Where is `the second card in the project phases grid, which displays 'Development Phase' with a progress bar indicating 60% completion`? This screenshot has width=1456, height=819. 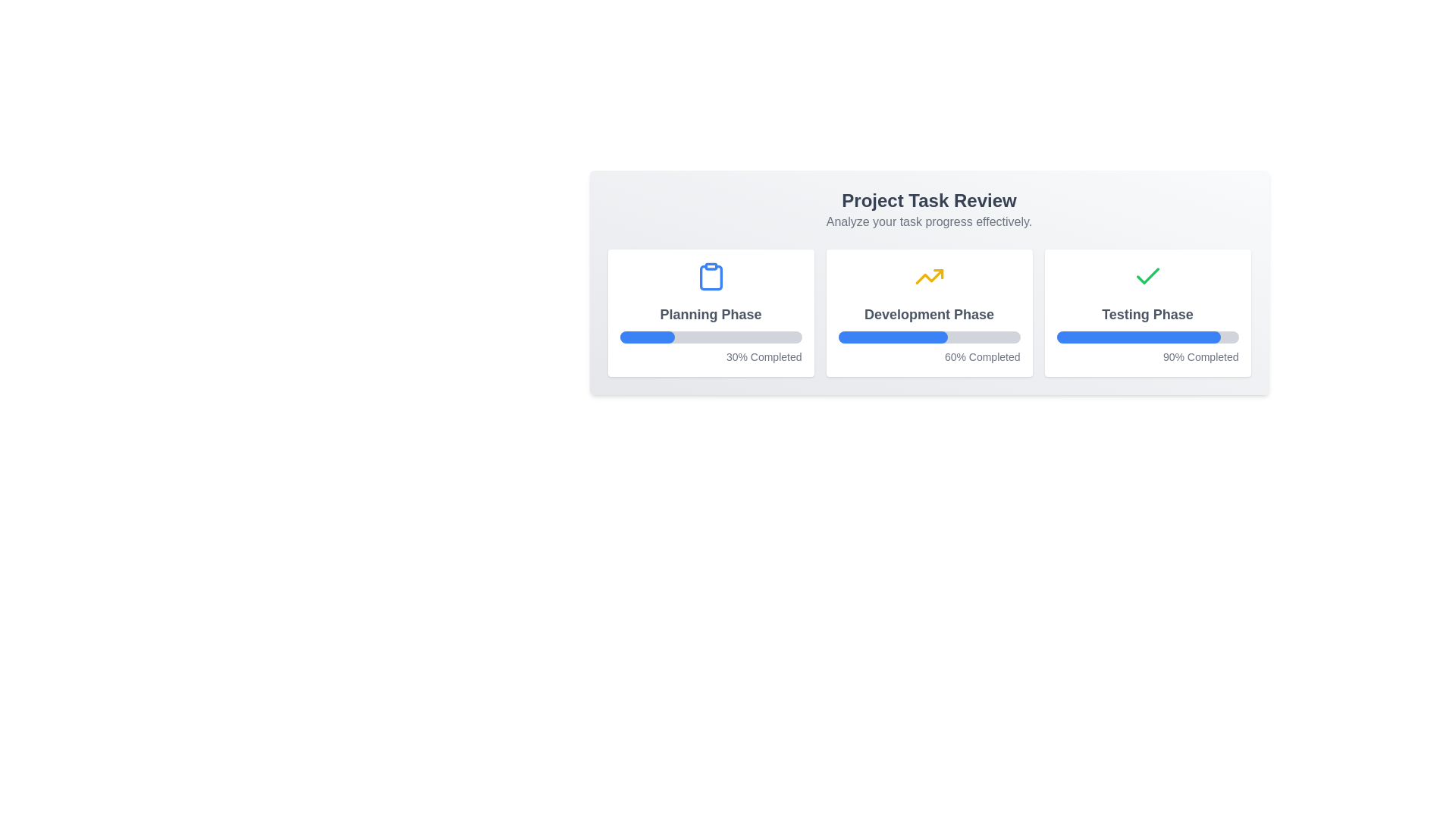 the second card in the project phases grid, which displays 'Development Phase' with a progress bar indicating 60% completion is located at coordinates (928, 312).